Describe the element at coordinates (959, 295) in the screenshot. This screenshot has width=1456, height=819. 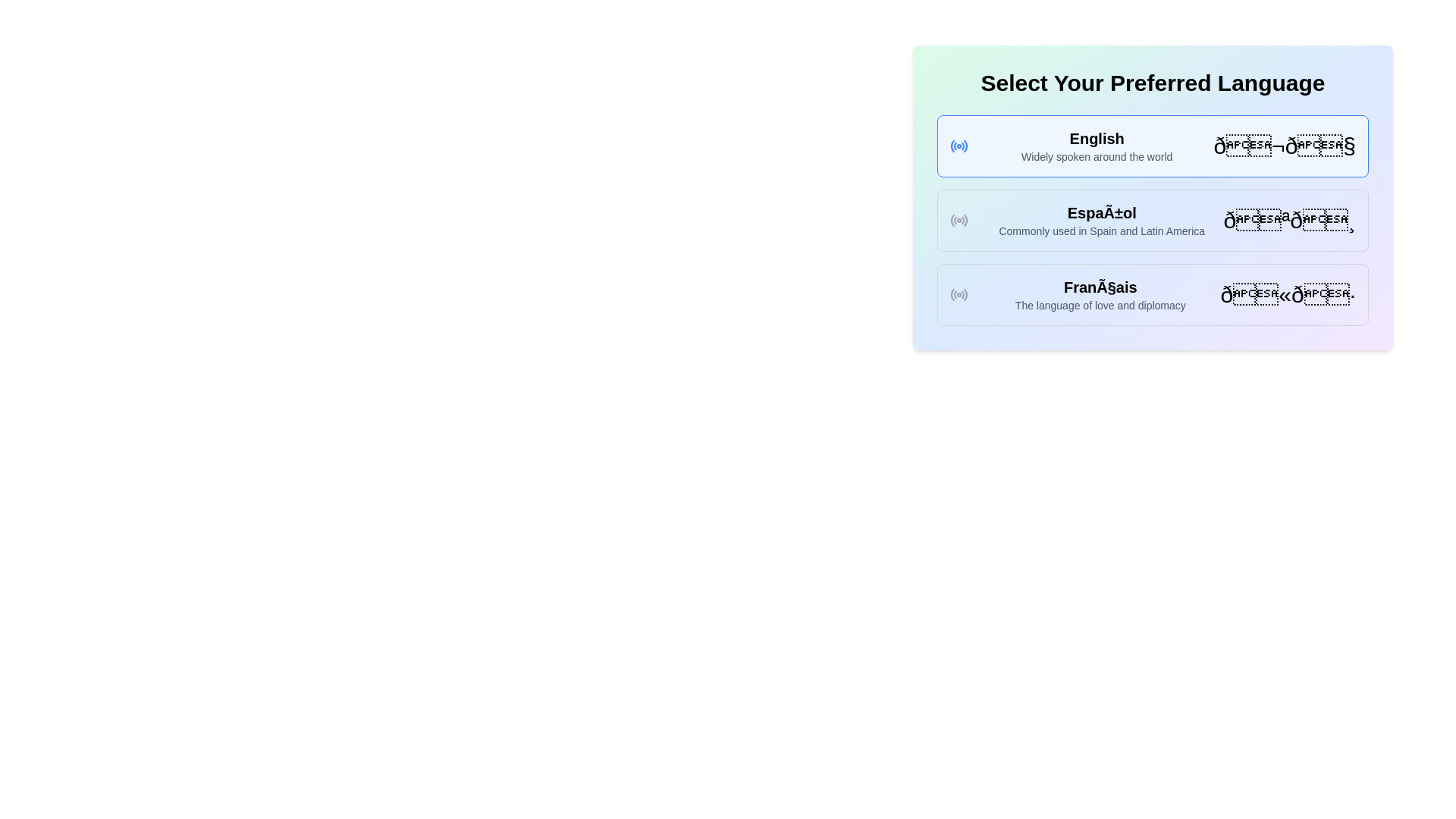
I see `the radio button icon next to the text 'Français'` at that location.